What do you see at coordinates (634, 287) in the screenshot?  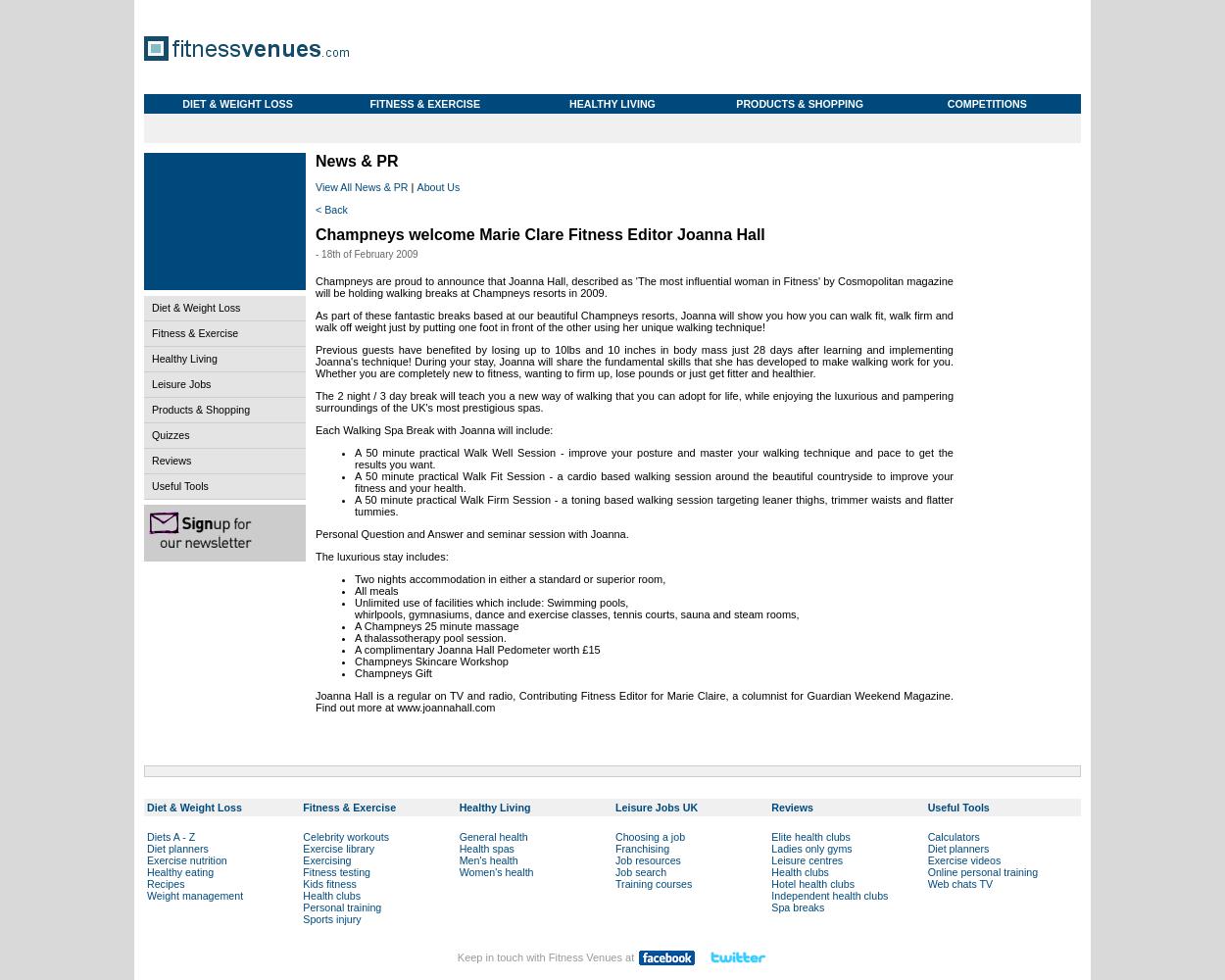 I see `'Champneys are proud to announce that Joanna Hall, described as 'The most influential woman in Fitness' by Cosmopolitan magazine will be holding walking breaks at Champneys resorts in 2009.'` at bounding box center [634, 287].